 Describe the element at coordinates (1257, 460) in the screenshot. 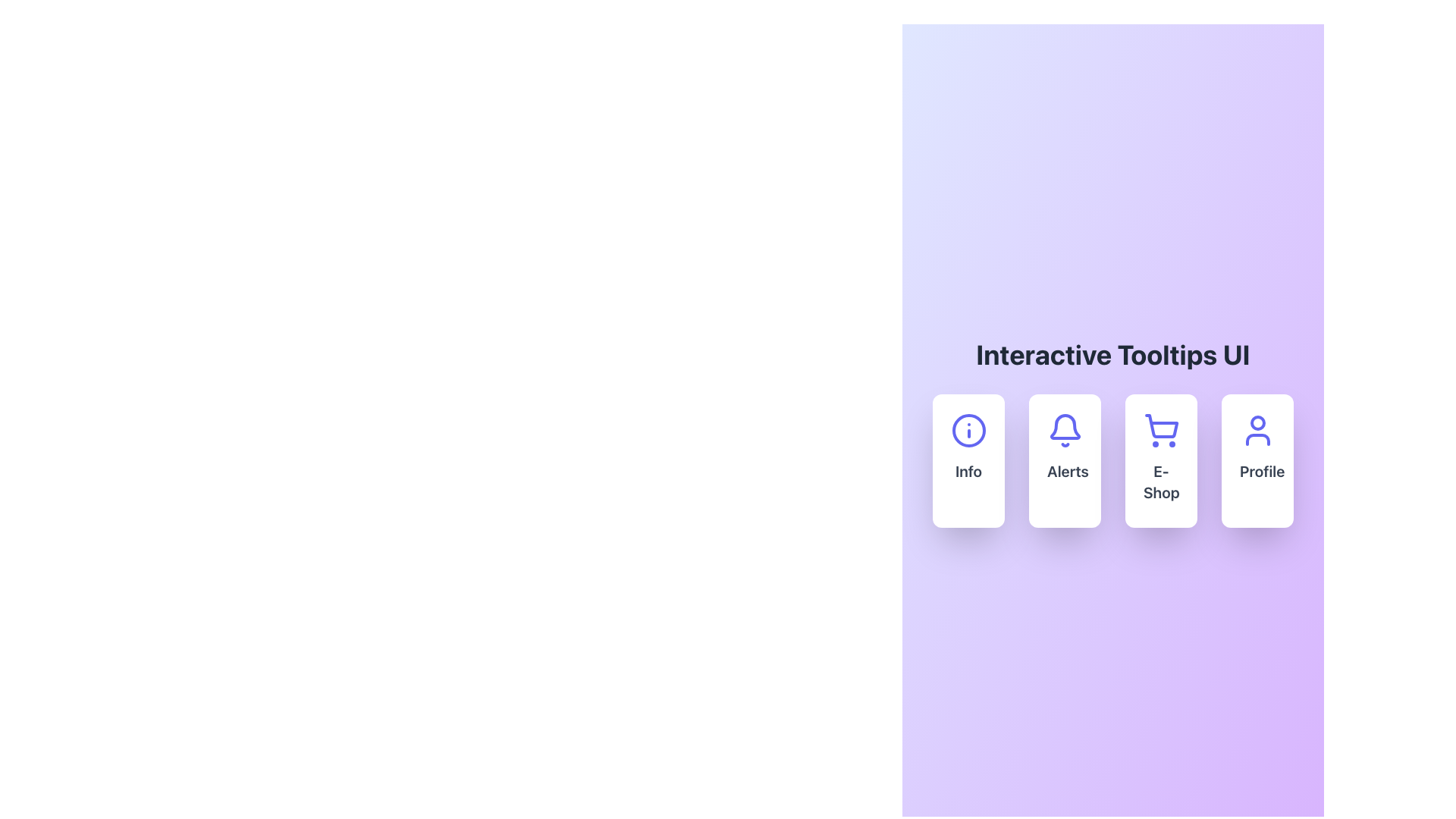

I see `the fourth card in the horizontal grid layout, which has a white background, rounded corners, and contains a blue user icon and the text 'Profile'` at that location.